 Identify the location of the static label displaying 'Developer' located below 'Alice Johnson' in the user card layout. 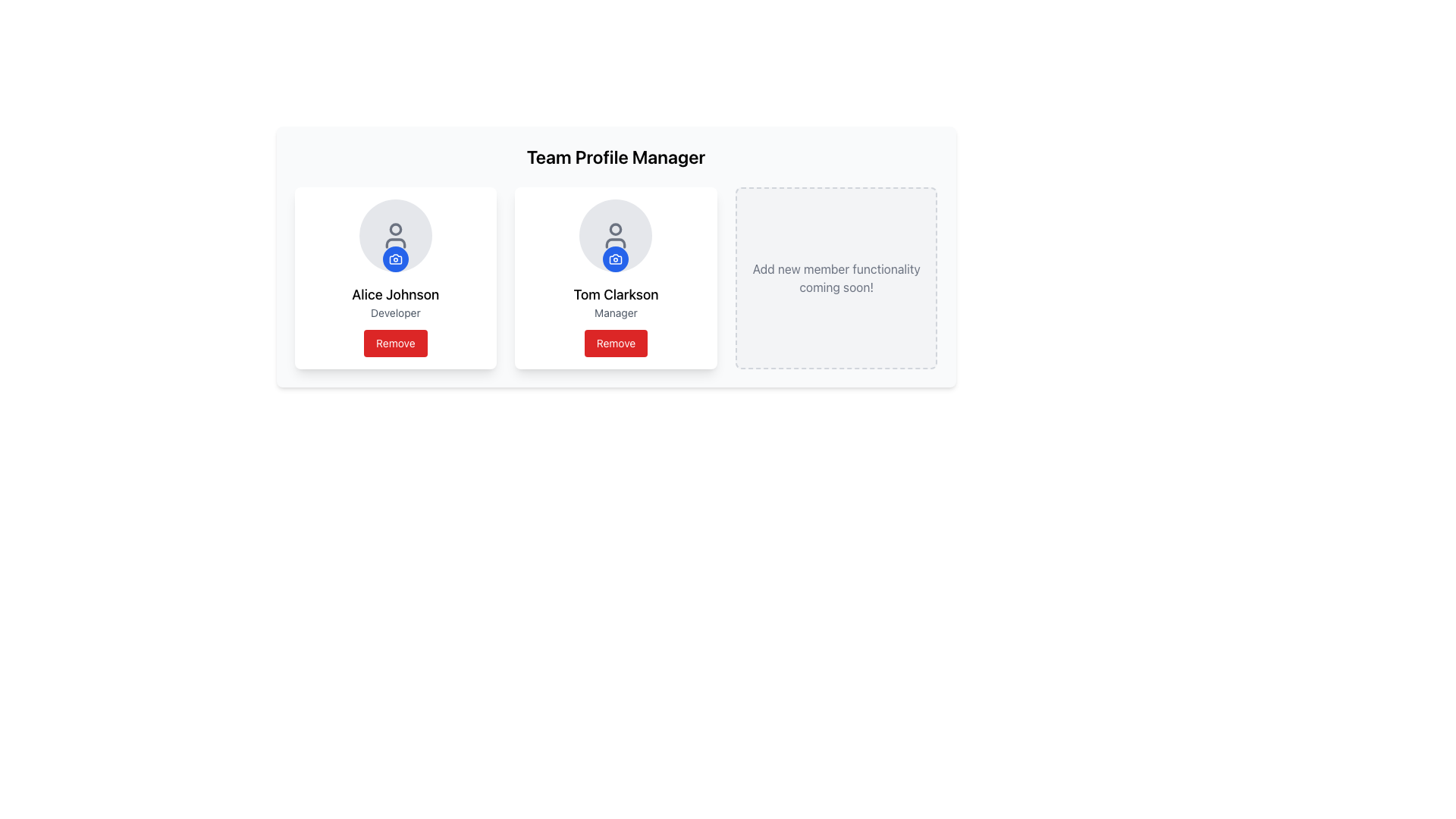
(395, 312).